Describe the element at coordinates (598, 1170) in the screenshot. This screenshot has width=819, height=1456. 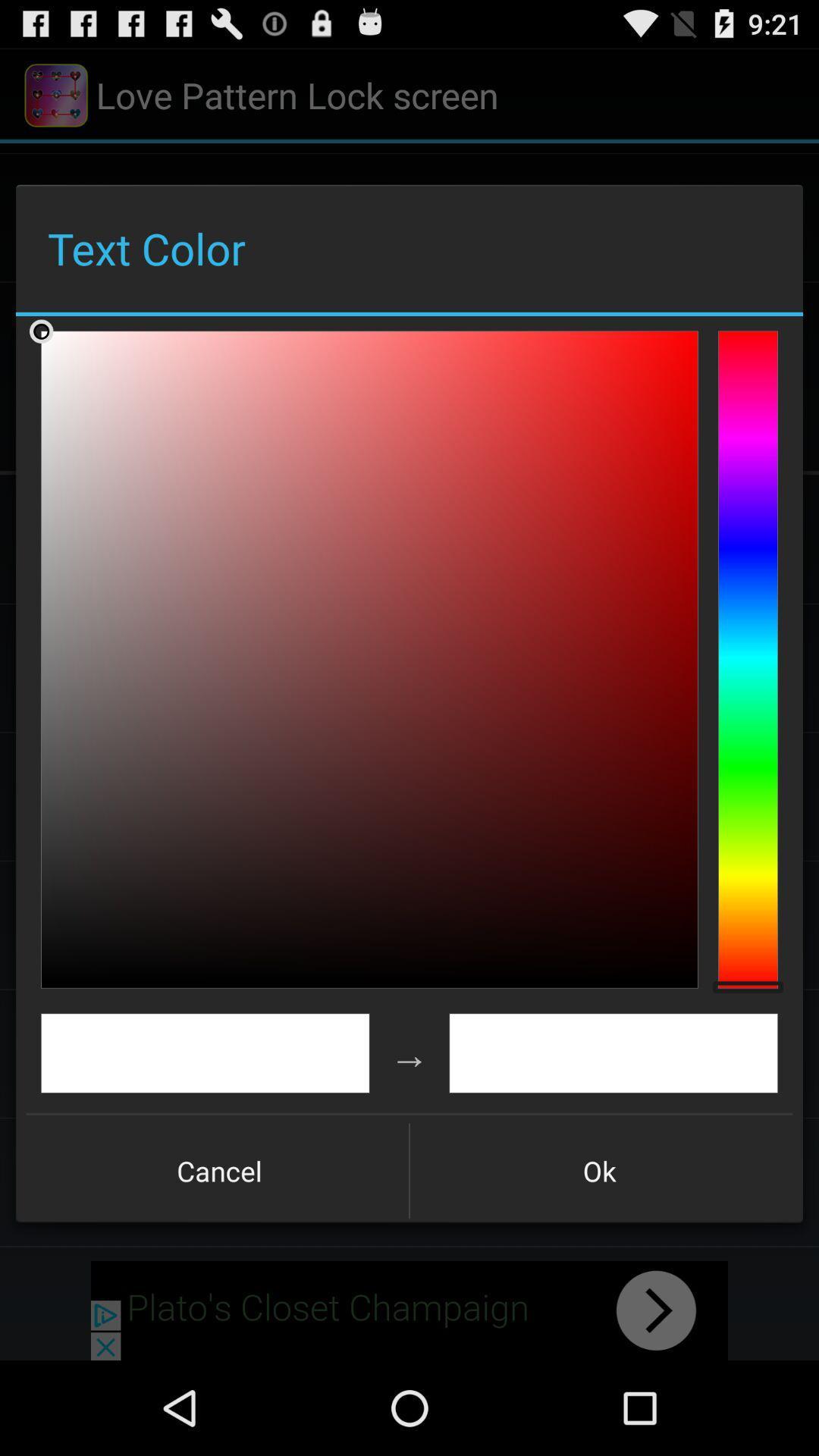
I see `the item to the right of cancel` at that location.